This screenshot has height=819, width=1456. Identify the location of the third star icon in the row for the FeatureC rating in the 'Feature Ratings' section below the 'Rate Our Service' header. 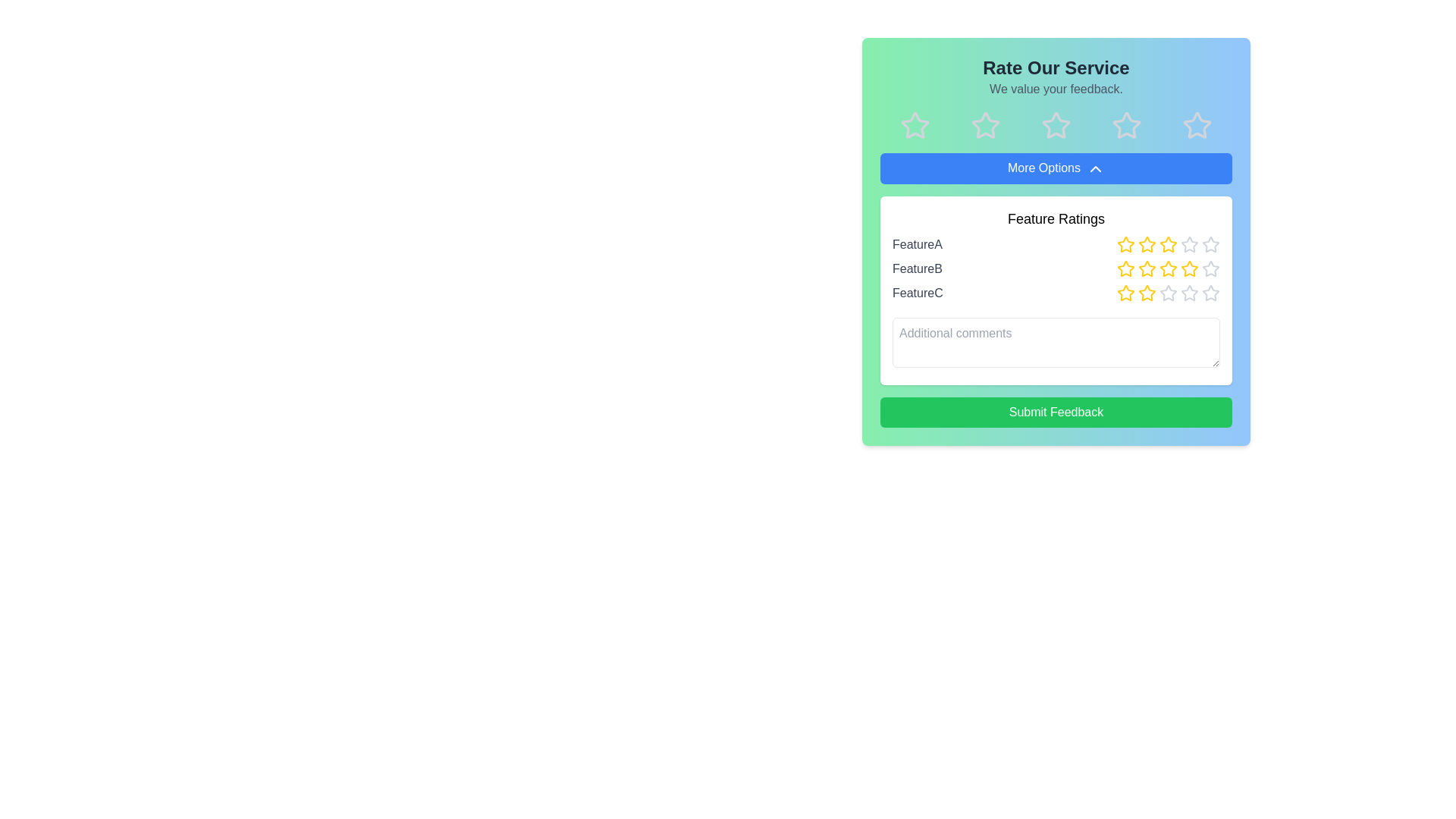
(1147, 292).